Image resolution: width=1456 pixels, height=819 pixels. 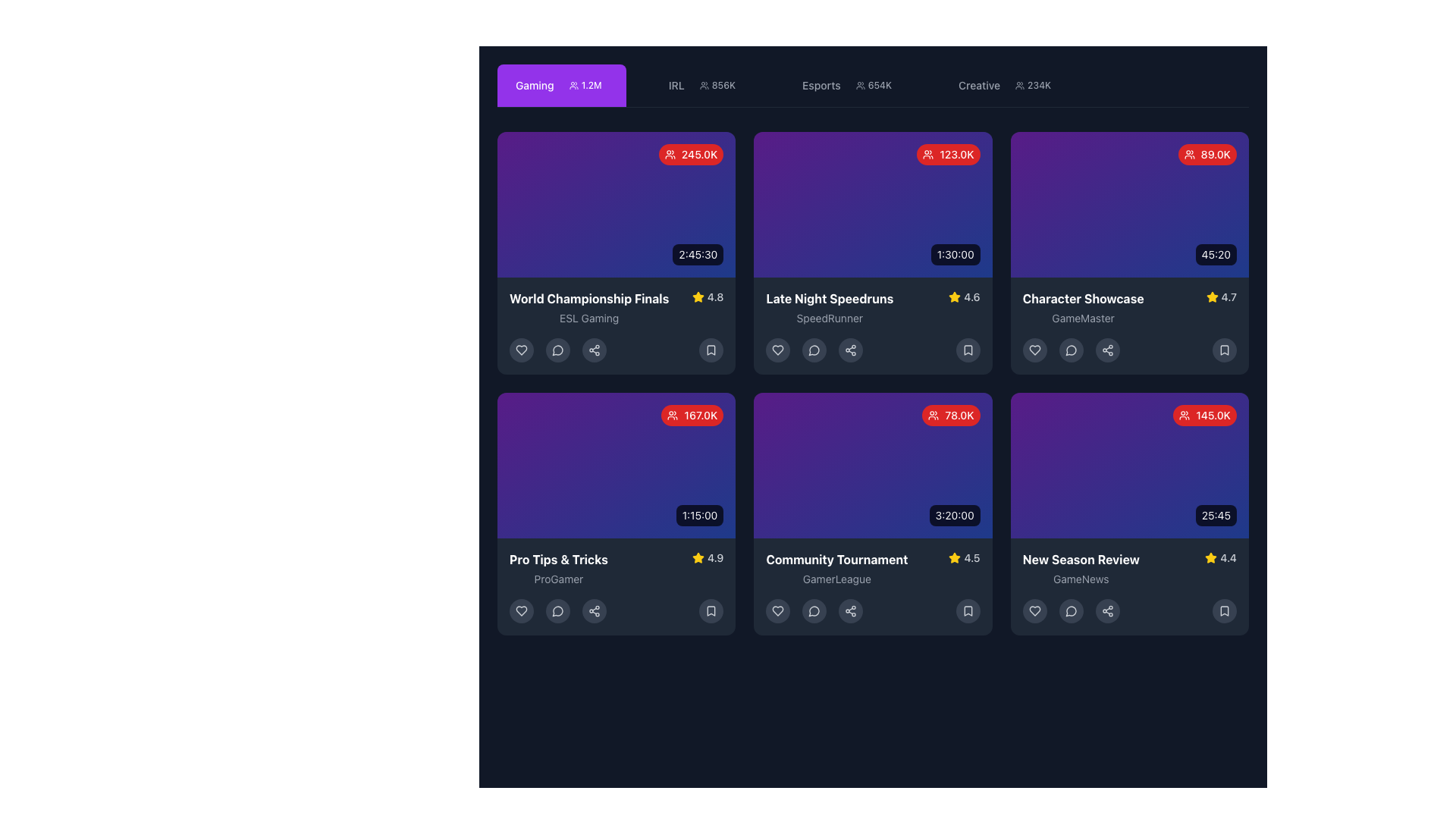 What do you see at coordinates (617, 568) in the screenshot?
I see `the rating icon of the 'Pro Tips & Tricks' label, which includes a yellow star icon with a rating value of '4.9', located in the bottom left quadrant adjacent to the 'Community Tournament' card` at bounding box center [617, 568].